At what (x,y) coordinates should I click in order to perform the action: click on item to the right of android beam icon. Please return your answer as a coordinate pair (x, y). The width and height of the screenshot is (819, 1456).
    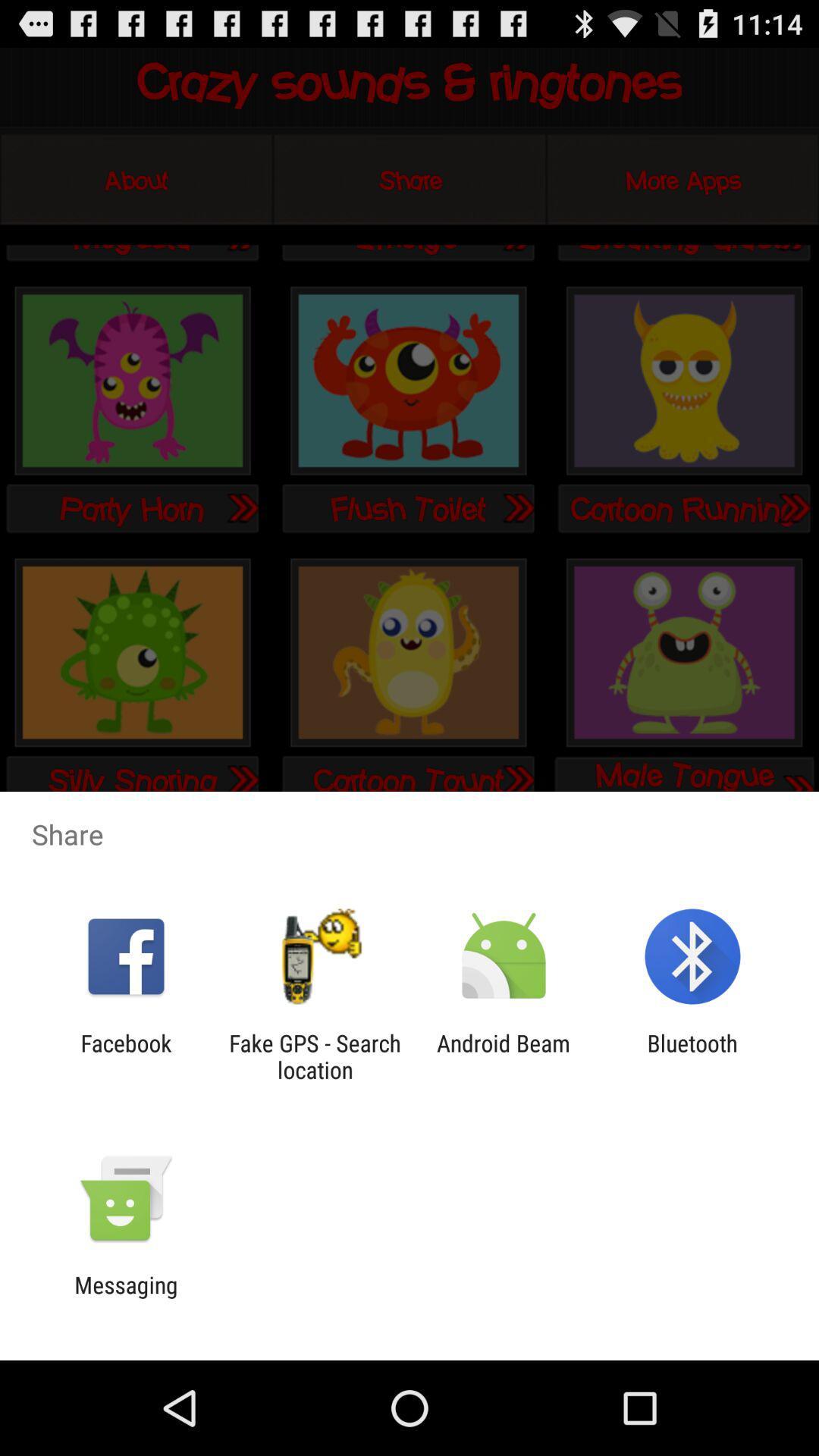
    Looking at the image, I should click on (692, 1056).